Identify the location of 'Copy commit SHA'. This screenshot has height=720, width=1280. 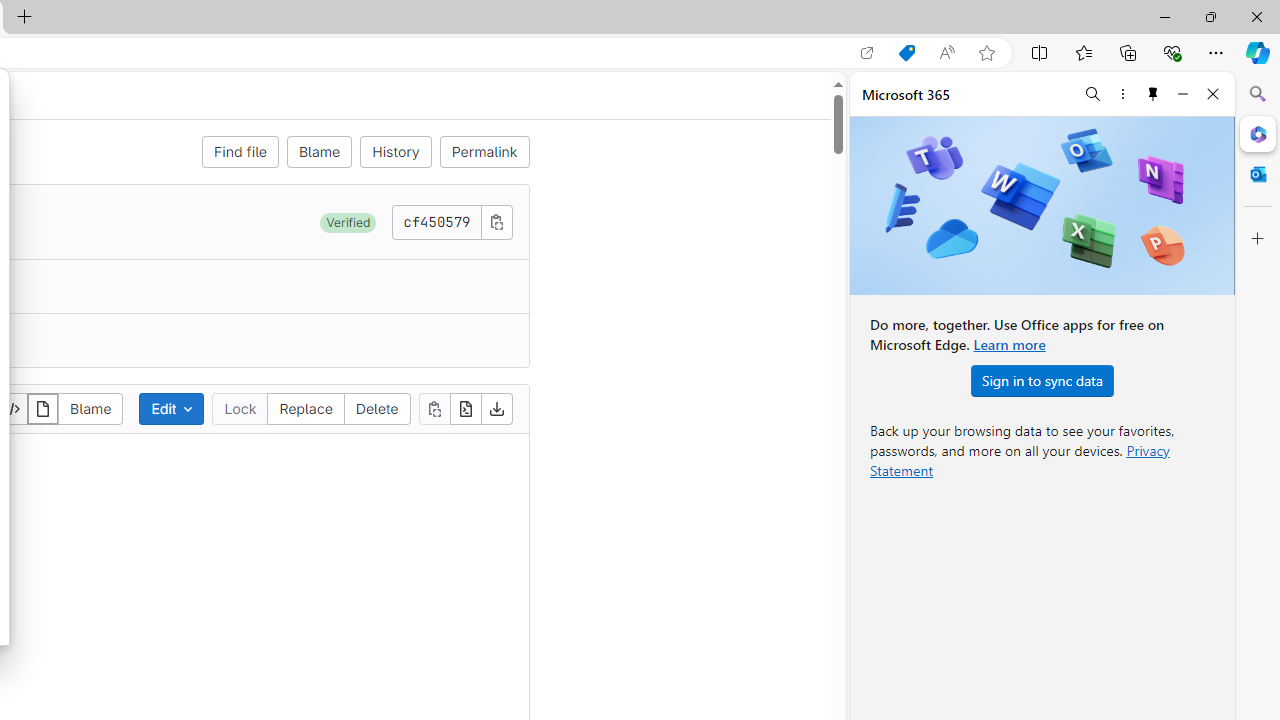
(496, 221).